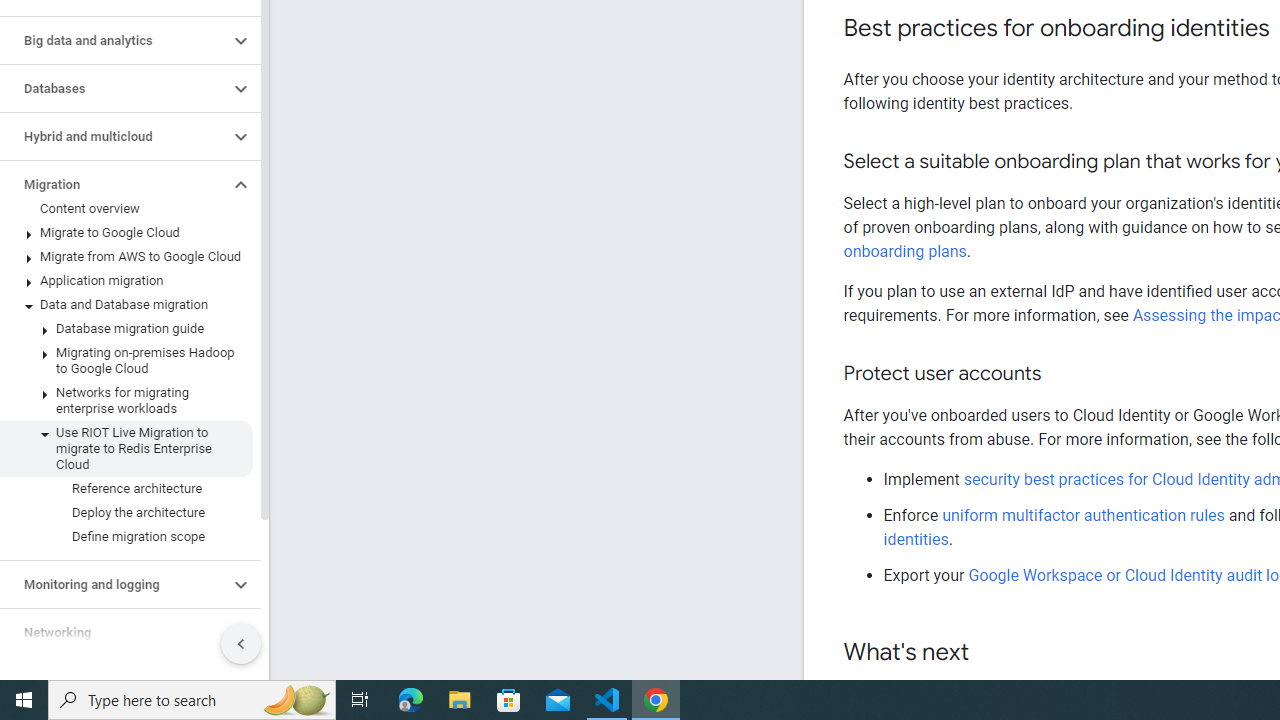 Image resolution: width=1280 pixels, height=720 pixels. What do you see at coordinates (1084, 514) in the screenshot?
I see `'uniform multifactor authentication rules '` at bounding box center [1084, 514].